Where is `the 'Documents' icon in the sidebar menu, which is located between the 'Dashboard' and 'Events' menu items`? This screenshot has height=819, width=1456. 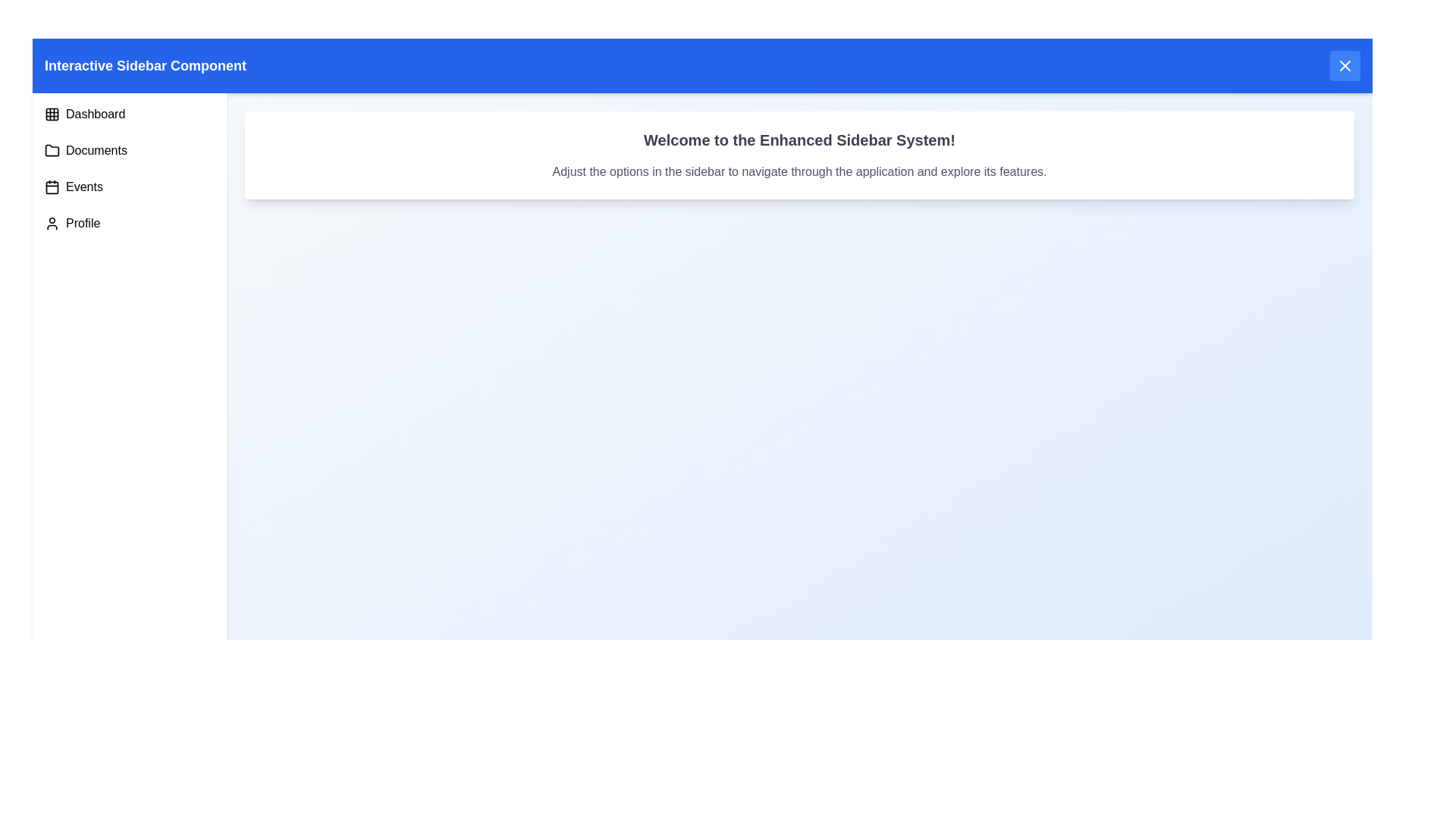 the 'Documents' icon in the sidebar menu, which is located between the 'Dashboard' and 'Events' menu items is located at coordinates (52, 150).